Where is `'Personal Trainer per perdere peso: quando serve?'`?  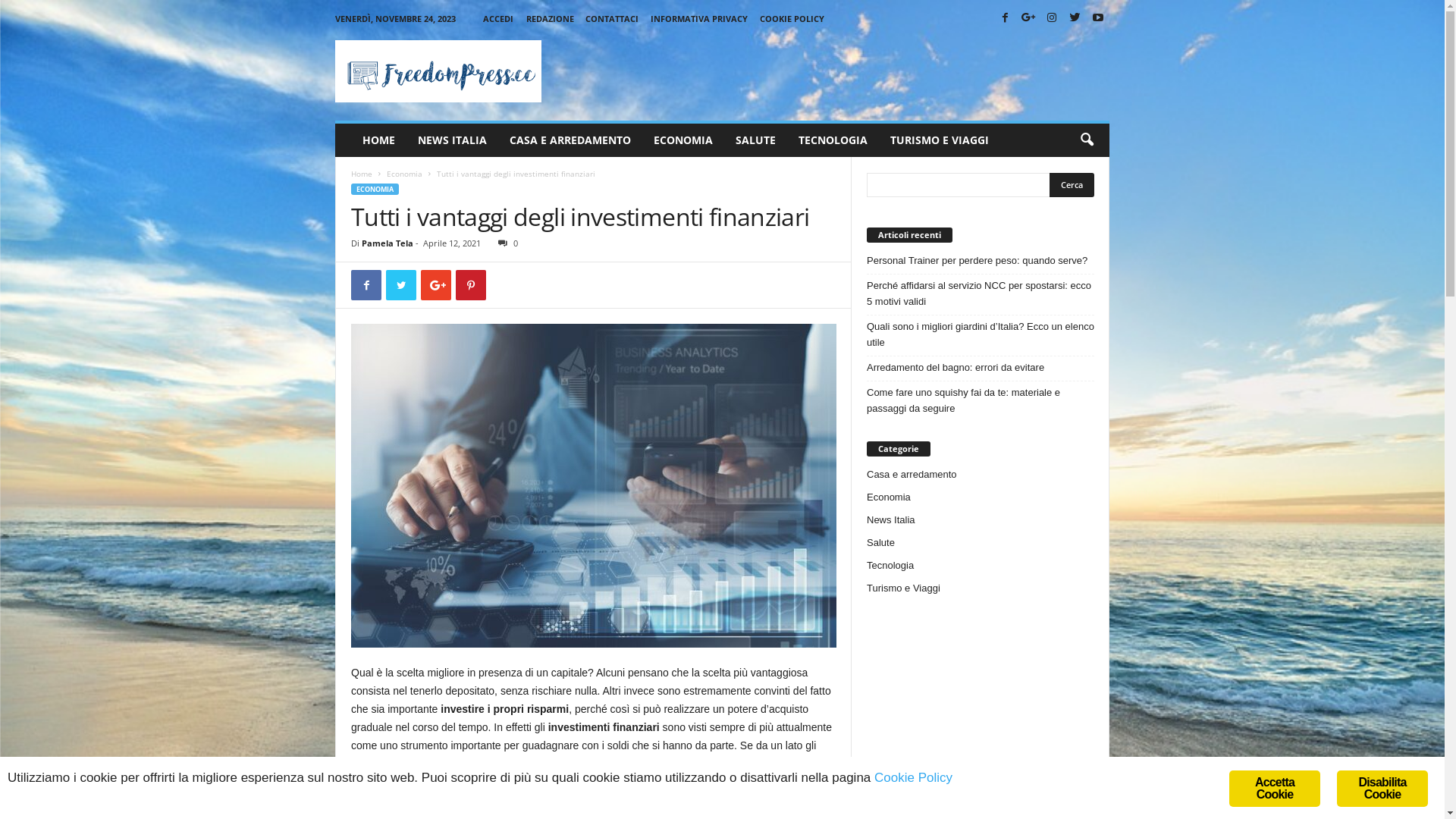
'Personal Trainer per perdere peso: quando serve?' is located at coordinates (980, 259).